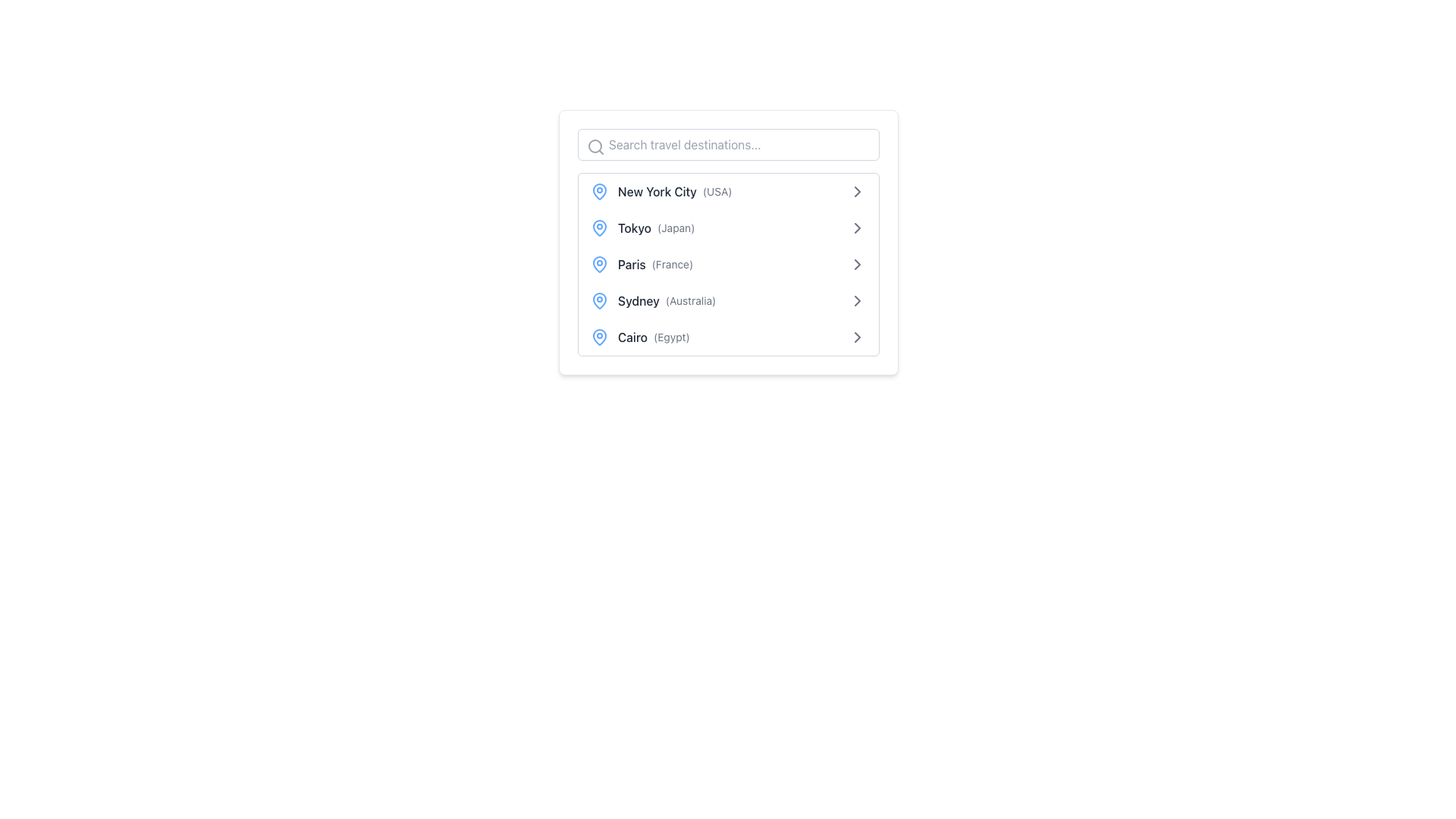 Image resolution: width=1456 pixels, height=819 pixels. I want to click on the first list item displaying 'New York City (USA)' with a map pin icon on the left and a right-facing arrow icon on the right, so click(728, 191).